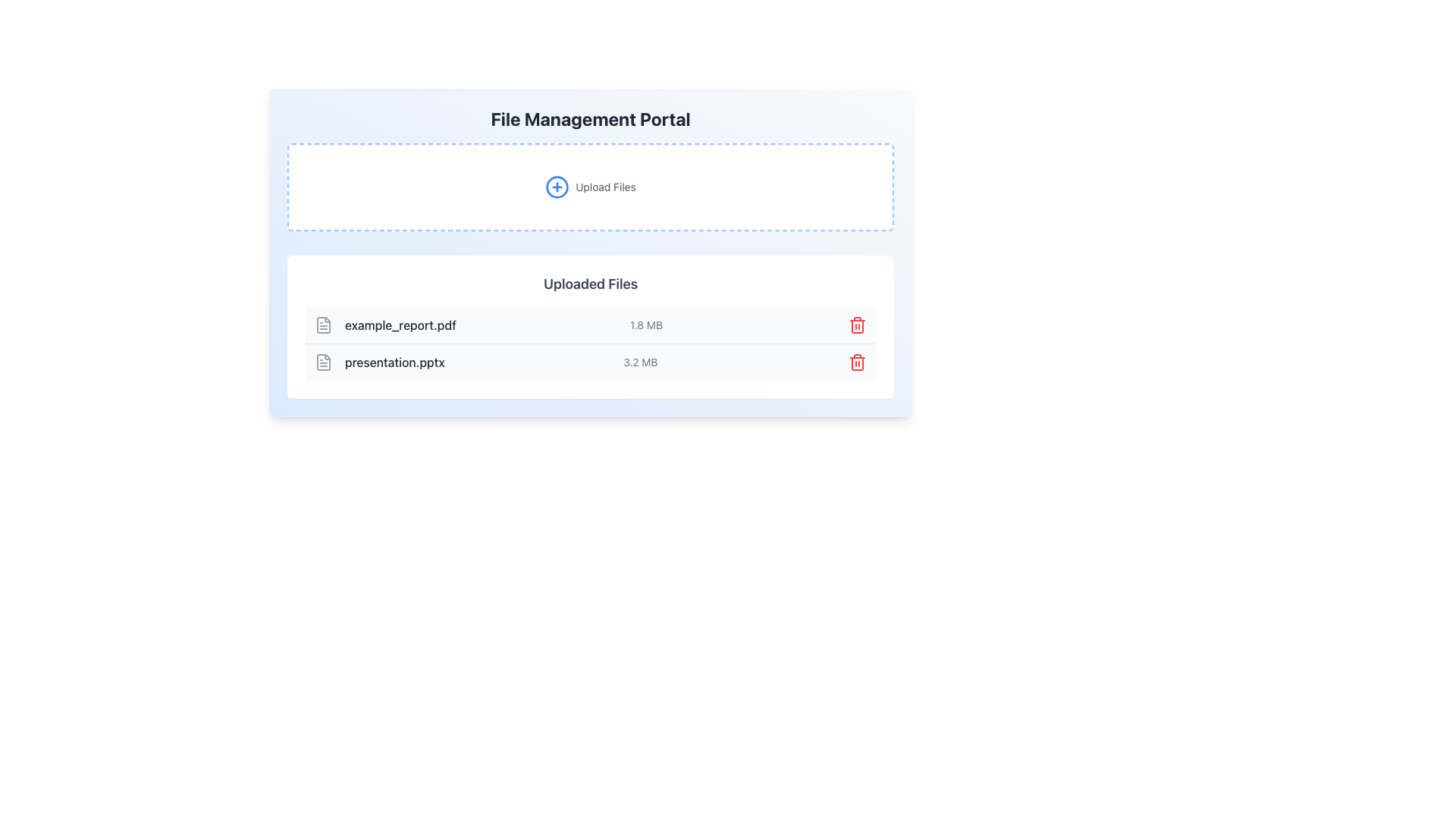 The image size is (1456, 819). I want to click on the Text Label that displays the name of the uploaded file in the second row of the uploaded files table, positioned between the file icon and the delete action icon, so click(394, 362).